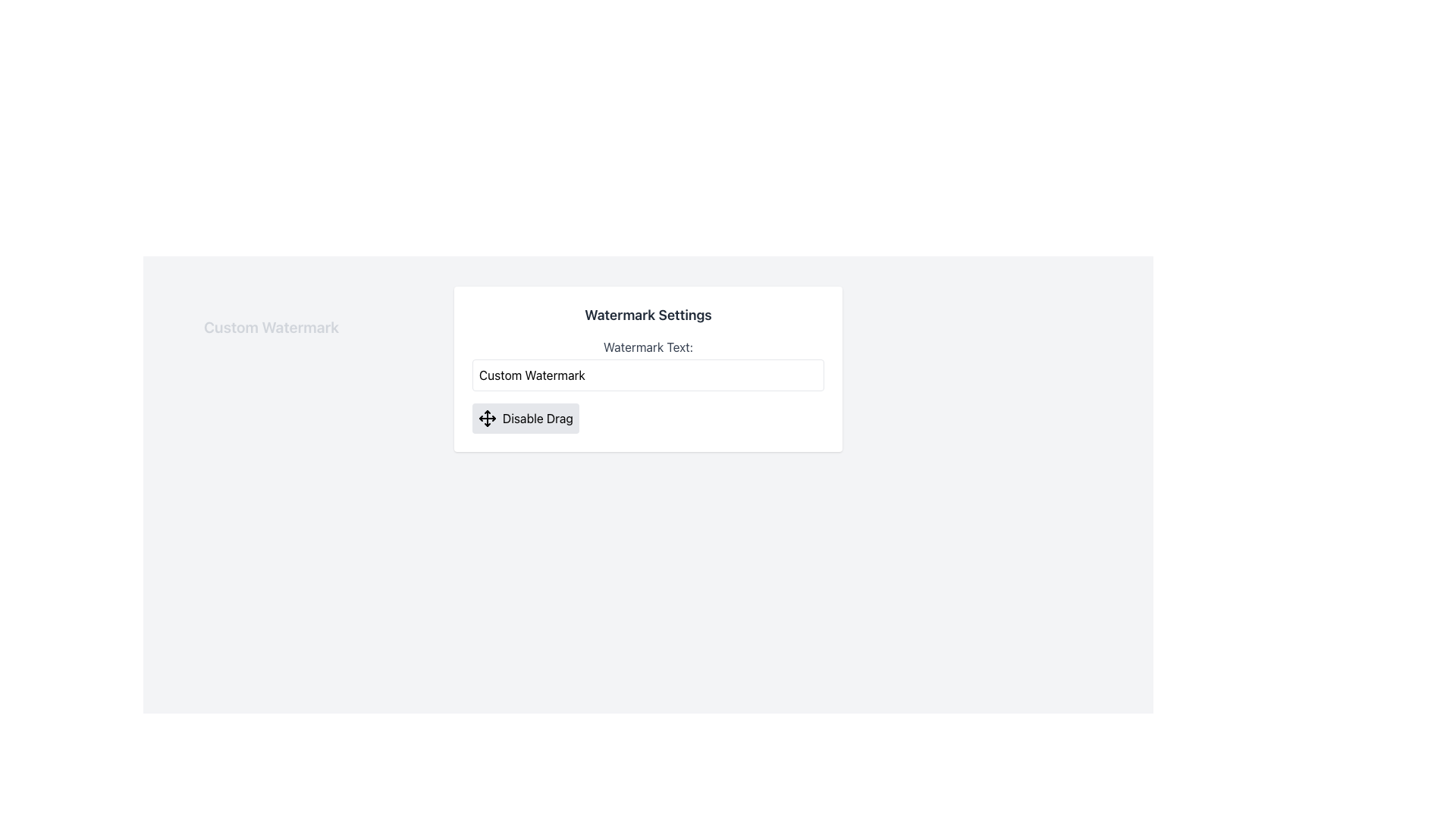  Describe the element at coordinates (648, 315) in the screenshot. I see `the static text header or title that serves as the header for the configuration section related to watermark settings` at that location.